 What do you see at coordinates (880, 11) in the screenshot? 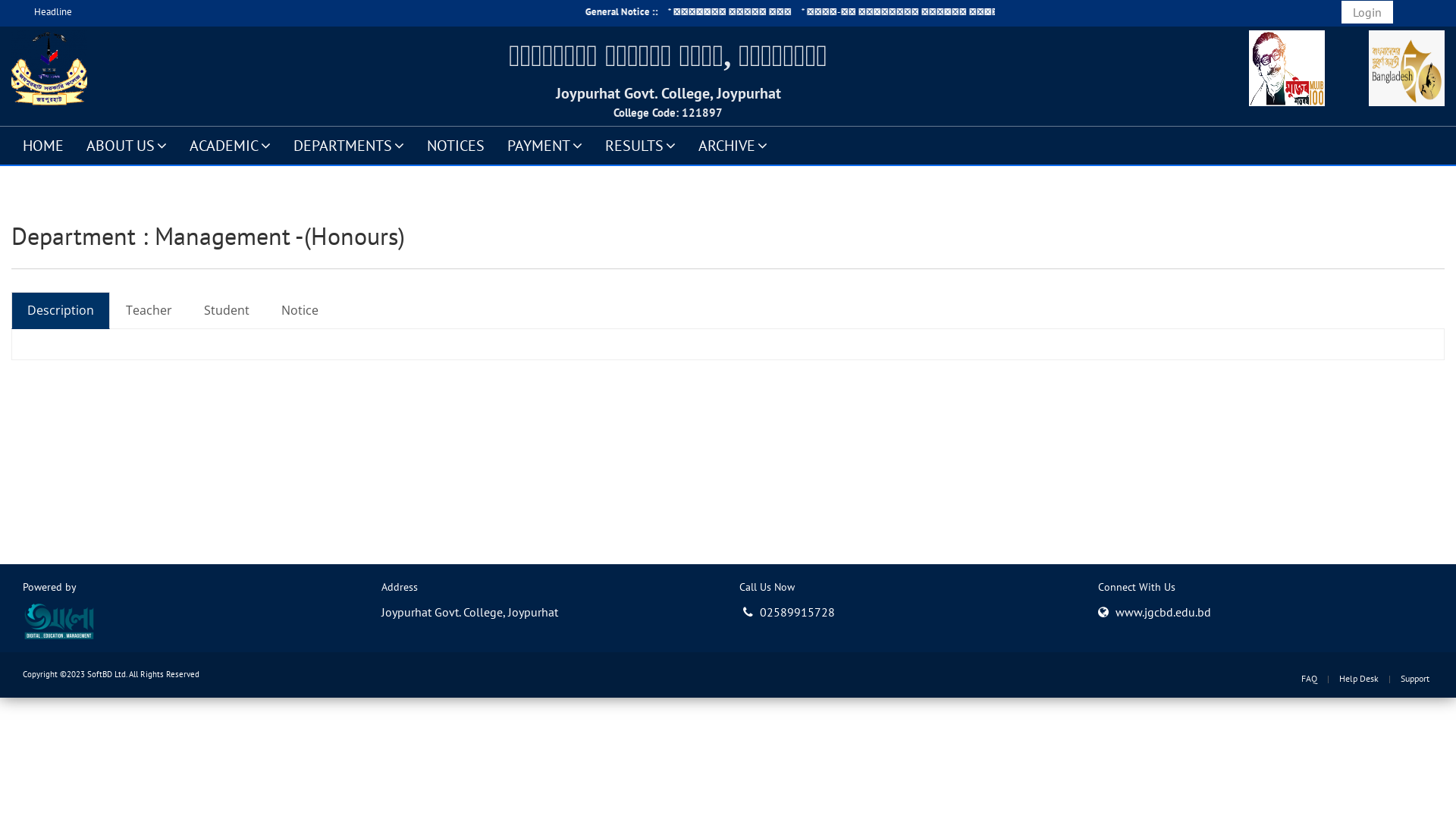
I see `'Departmental Notice ::'` at bounding box center [880, 11].